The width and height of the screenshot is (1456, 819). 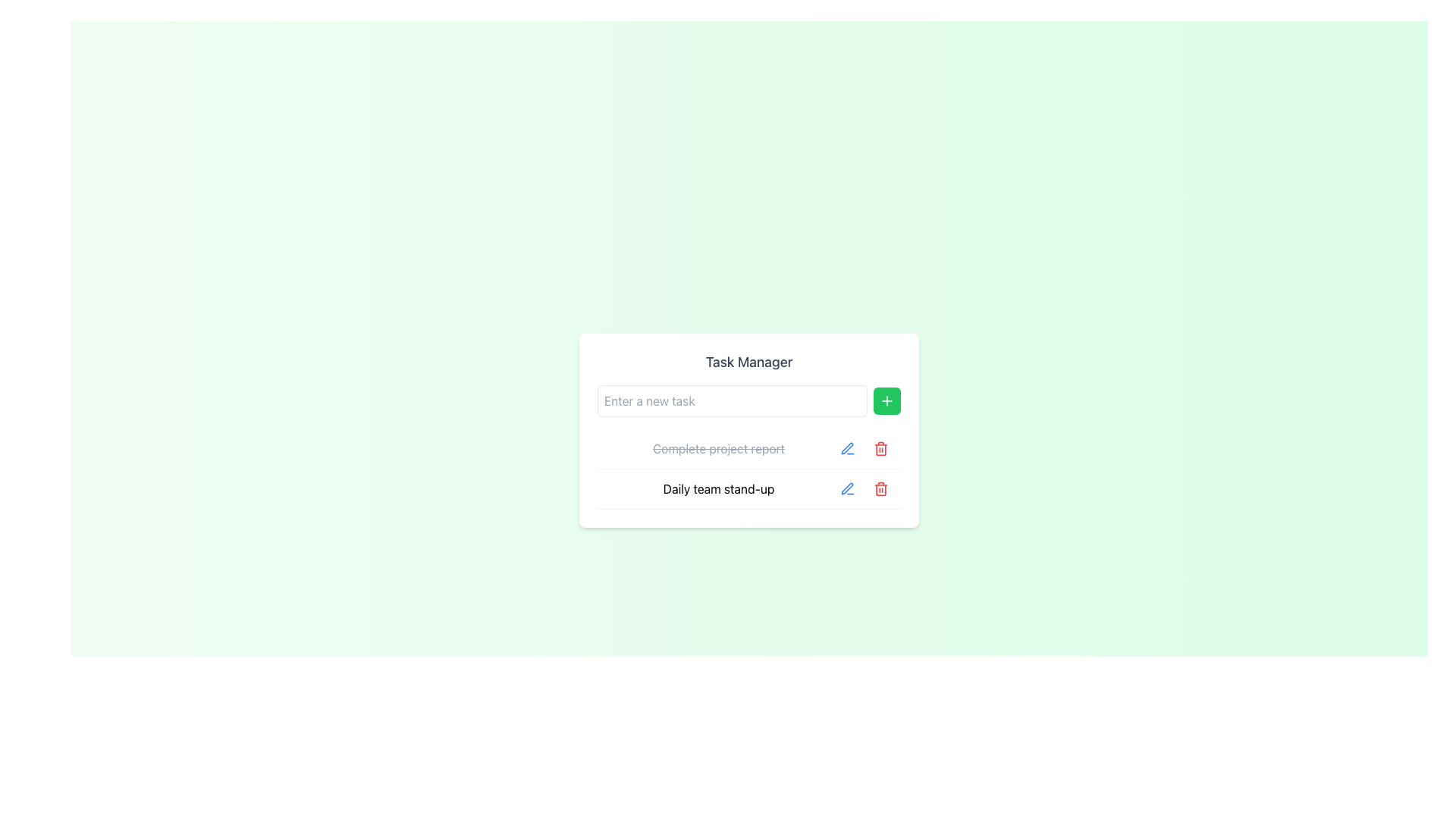 I want to click on the small 'plus' icon button, which is outlined in green and located to the right of the 'Enter a new task' input field in the 'Task Manager' panel, to initiate the add task action, so click(x=887, y=400).